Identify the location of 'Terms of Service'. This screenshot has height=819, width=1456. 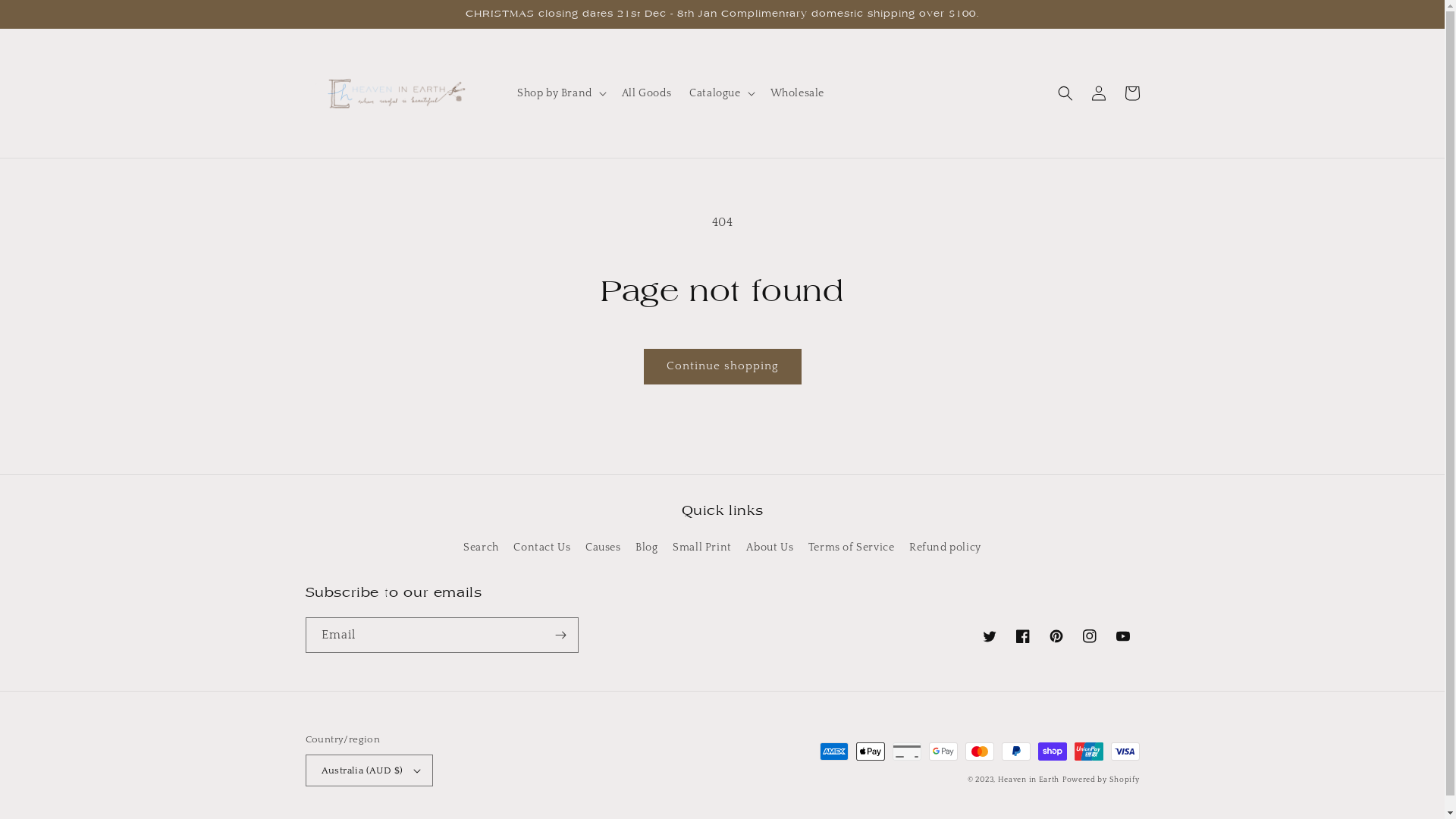
(852, 548).